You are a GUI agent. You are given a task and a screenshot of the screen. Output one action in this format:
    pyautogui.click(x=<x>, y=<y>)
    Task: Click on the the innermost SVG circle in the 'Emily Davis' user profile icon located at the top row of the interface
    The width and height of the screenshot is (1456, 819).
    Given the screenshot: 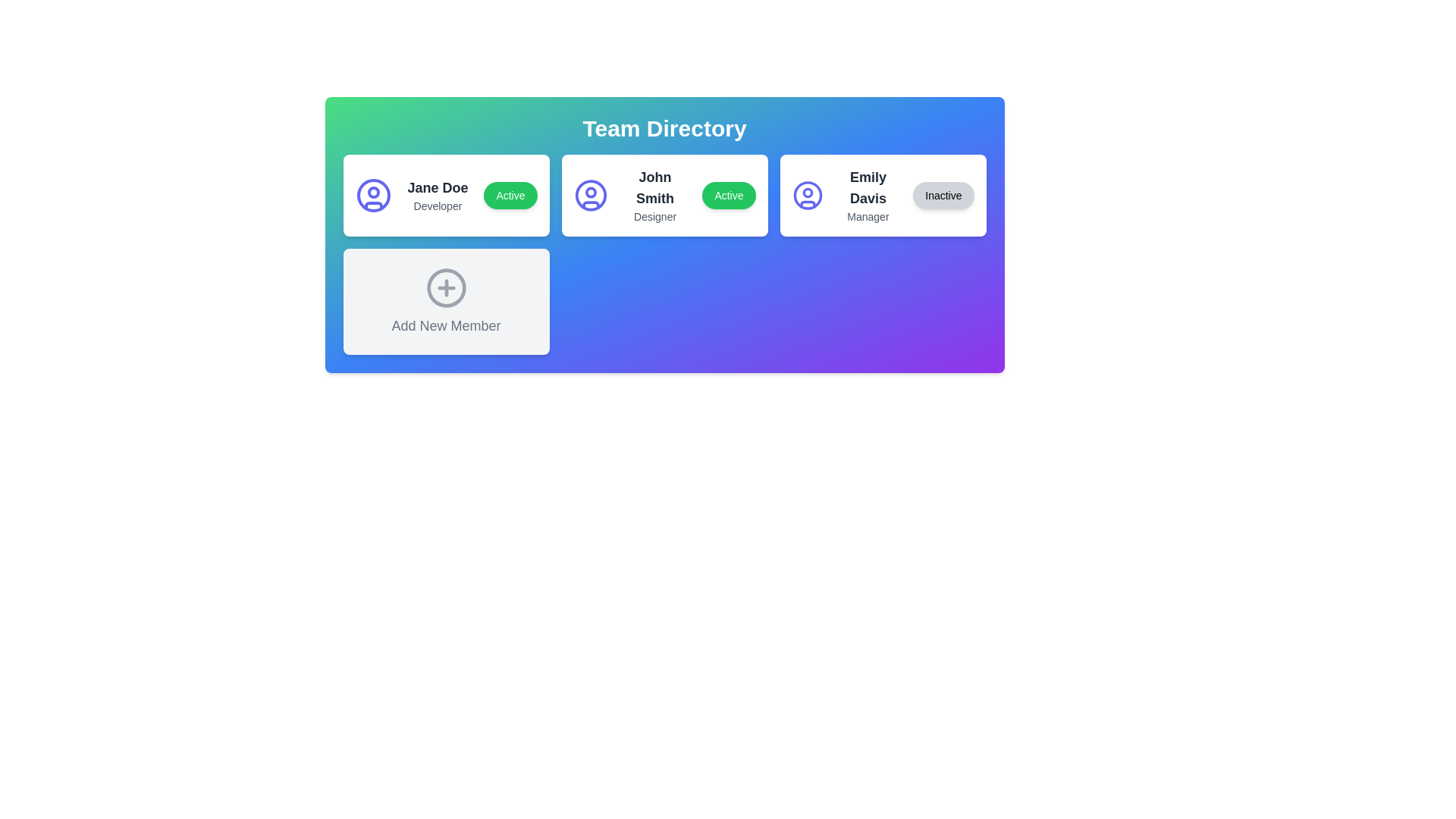 What is the action you would take?
    pyautogui.click(x=807, y=192)
    